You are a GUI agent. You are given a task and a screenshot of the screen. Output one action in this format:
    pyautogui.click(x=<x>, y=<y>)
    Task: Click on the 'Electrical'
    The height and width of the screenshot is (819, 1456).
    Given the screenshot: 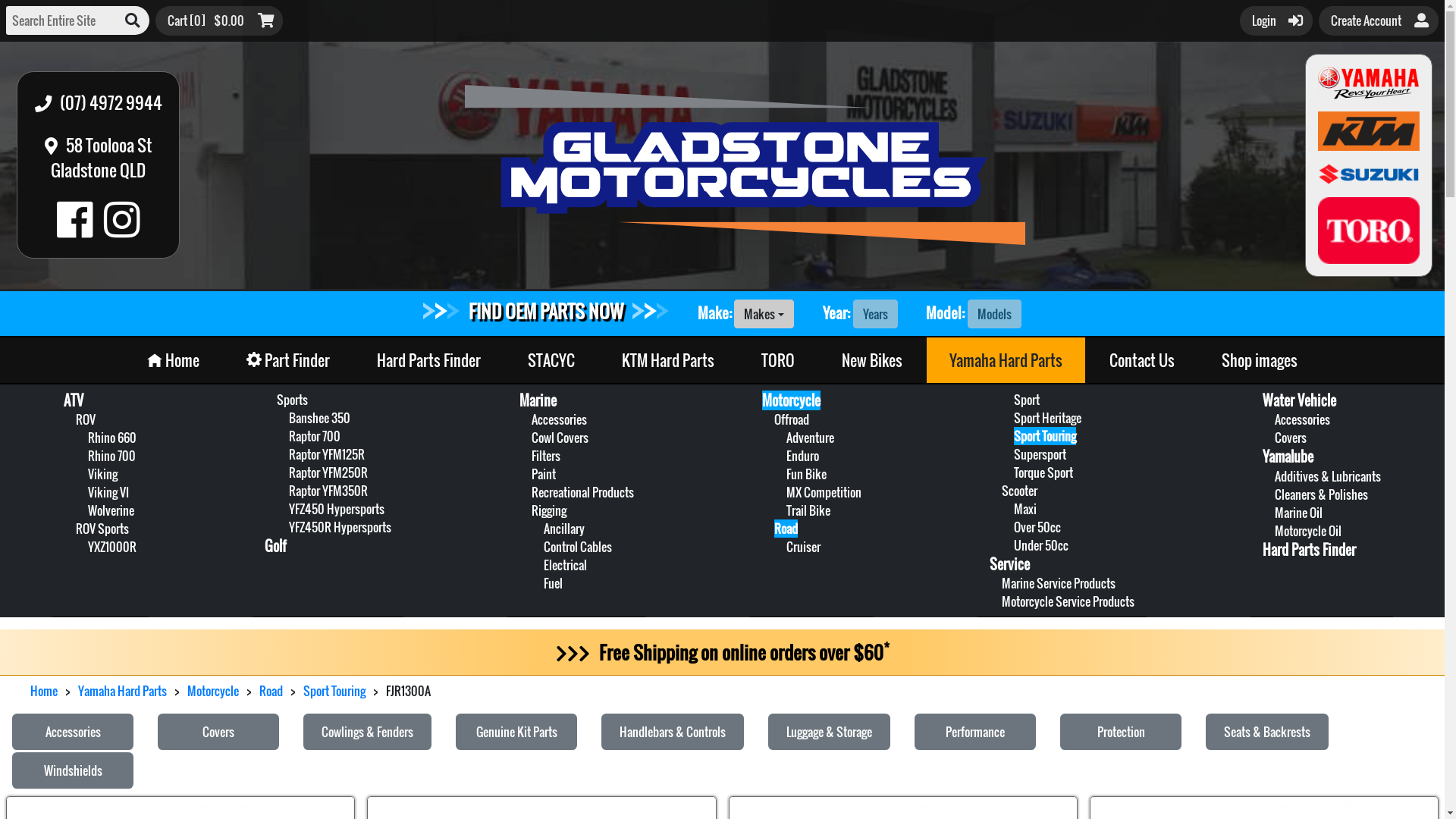 What is the action you would take?
    pyautogui.click(x=564, y=564)
    